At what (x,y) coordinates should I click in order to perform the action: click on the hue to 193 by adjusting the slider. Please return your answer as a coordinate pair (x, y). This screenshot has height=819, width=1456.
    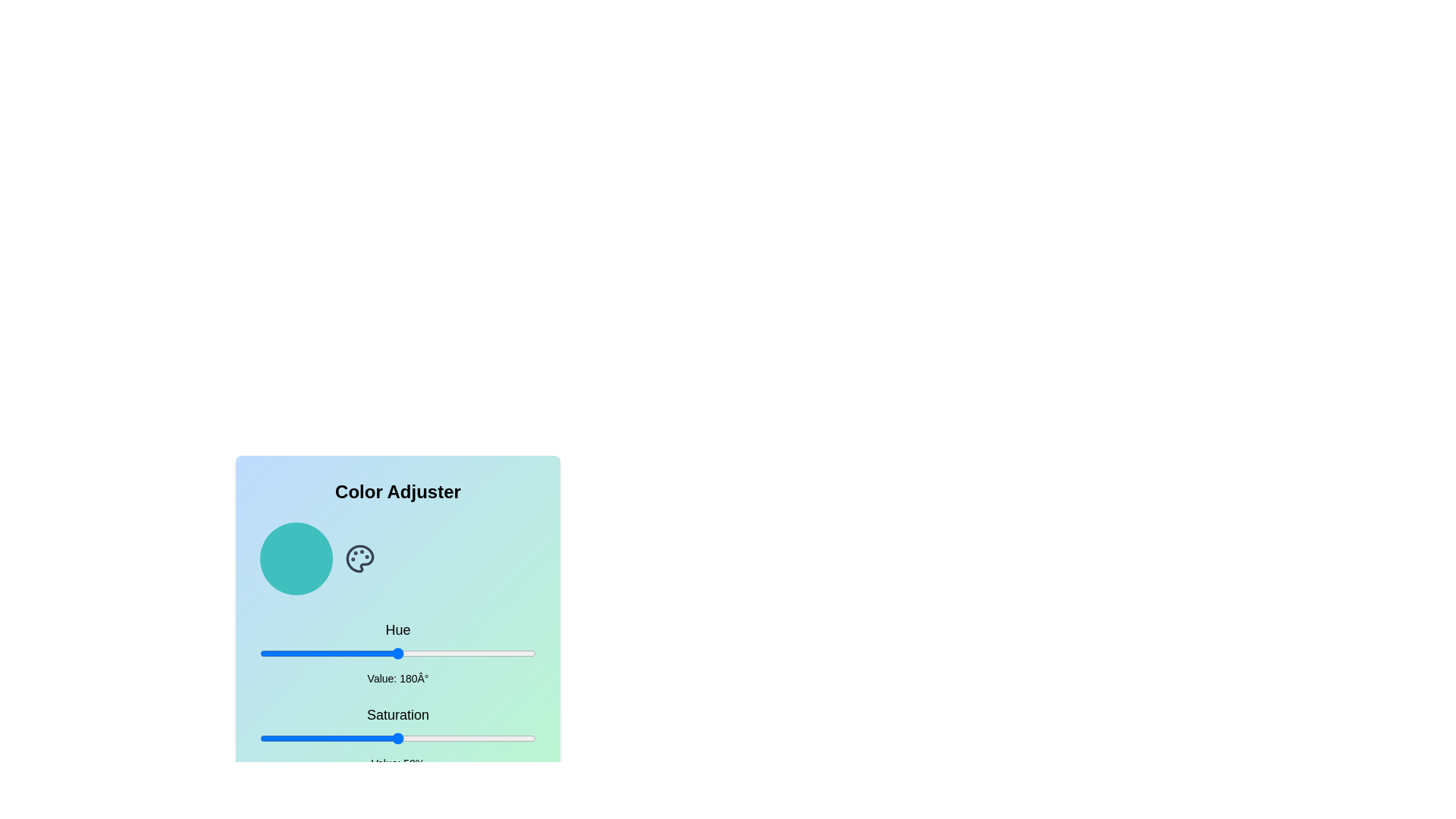
    Looking at the image, I should click on (408, 652).